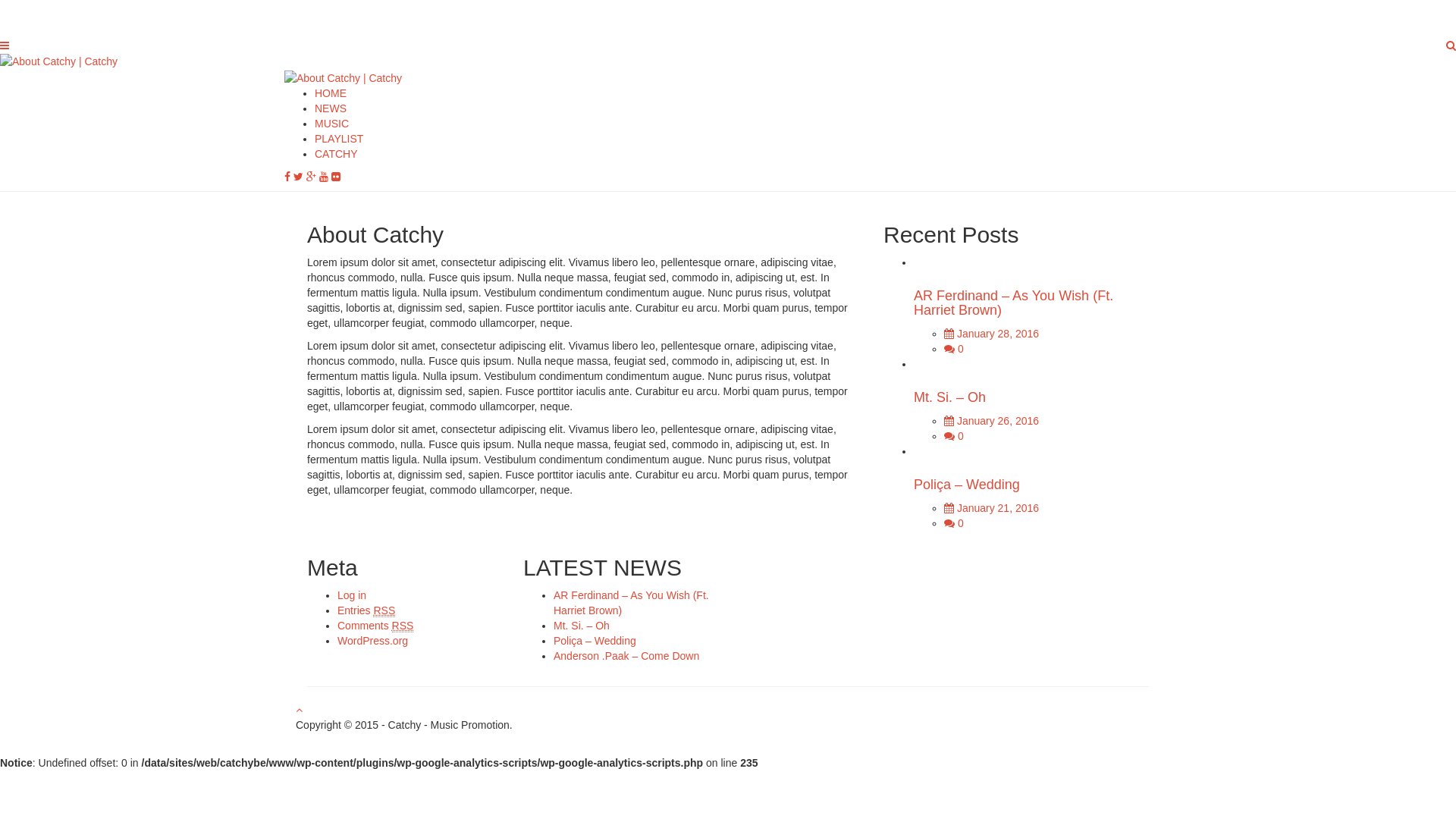  Describe the element at coordinates (337, 138) in the screenshot. I see `'PLAYLIST'` at that location.